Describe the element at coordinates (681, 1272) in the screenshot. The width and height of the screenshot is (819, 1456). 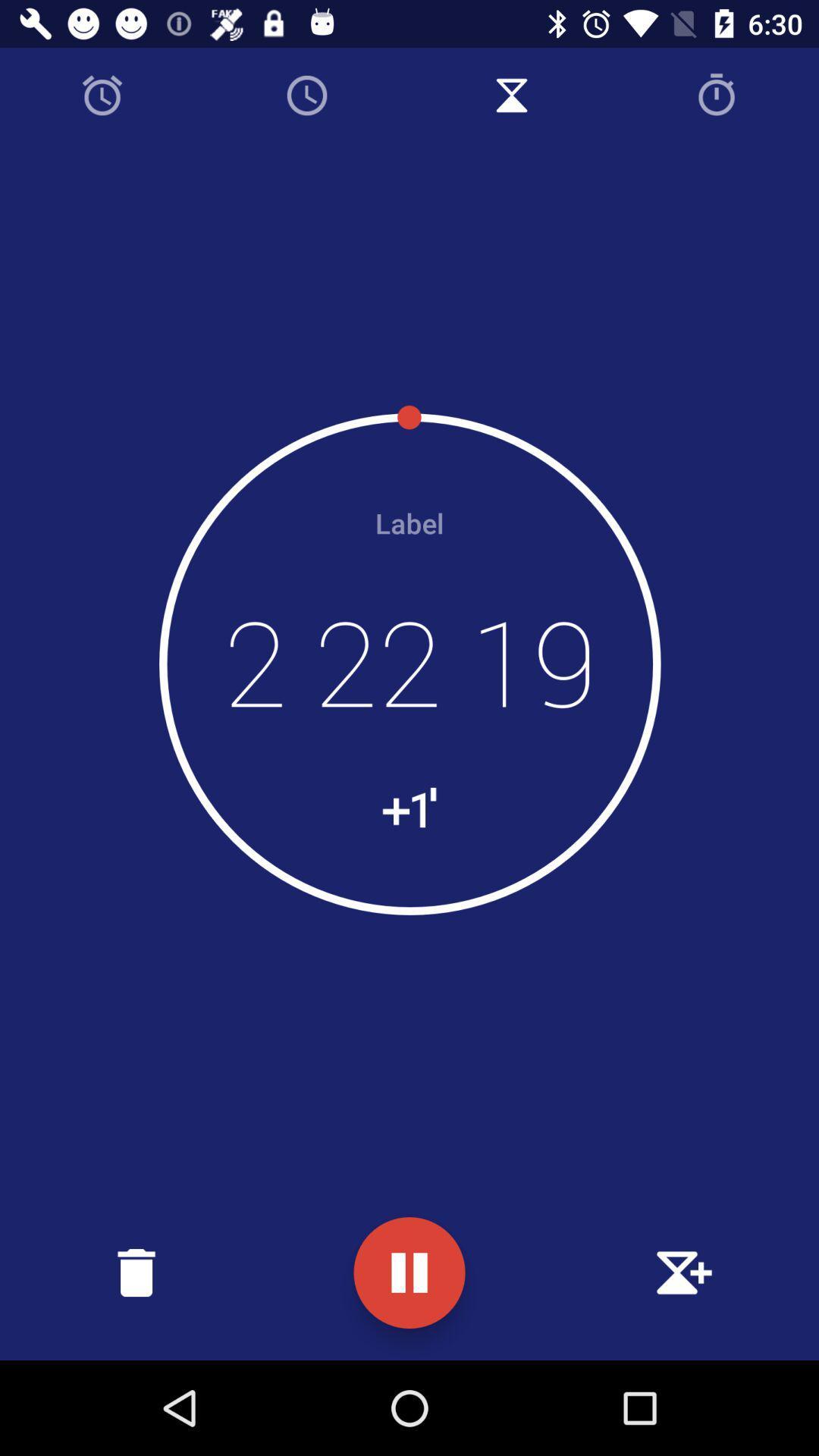
I see `icon at the bottom right corner` at that location.